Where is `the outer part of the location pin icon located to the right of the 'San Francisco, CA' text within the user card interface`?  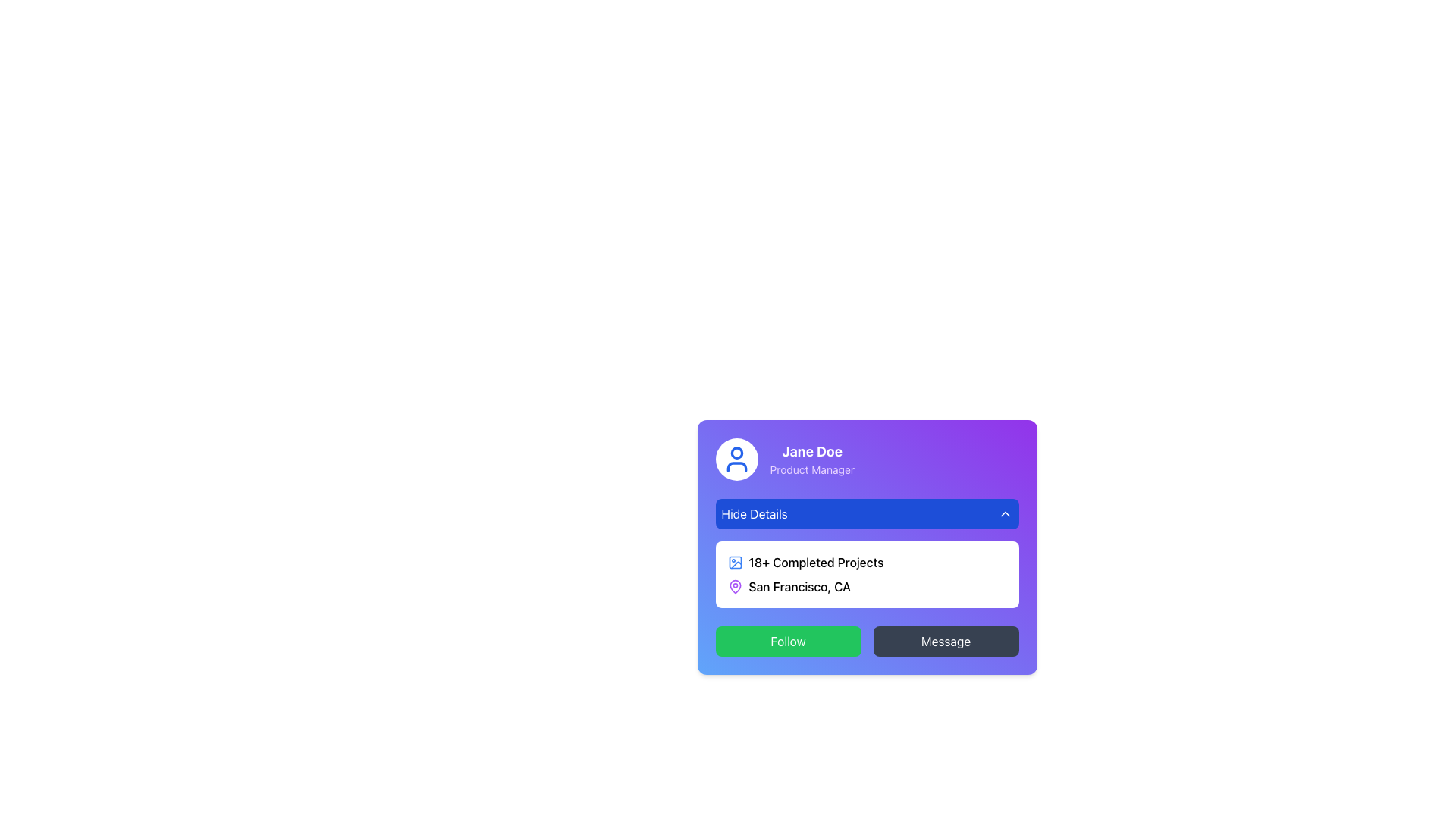 the outer part of the location pin icon located to the right of the 'San Francisco, CA' text within the user card interface is located at coordinates (735, 586).